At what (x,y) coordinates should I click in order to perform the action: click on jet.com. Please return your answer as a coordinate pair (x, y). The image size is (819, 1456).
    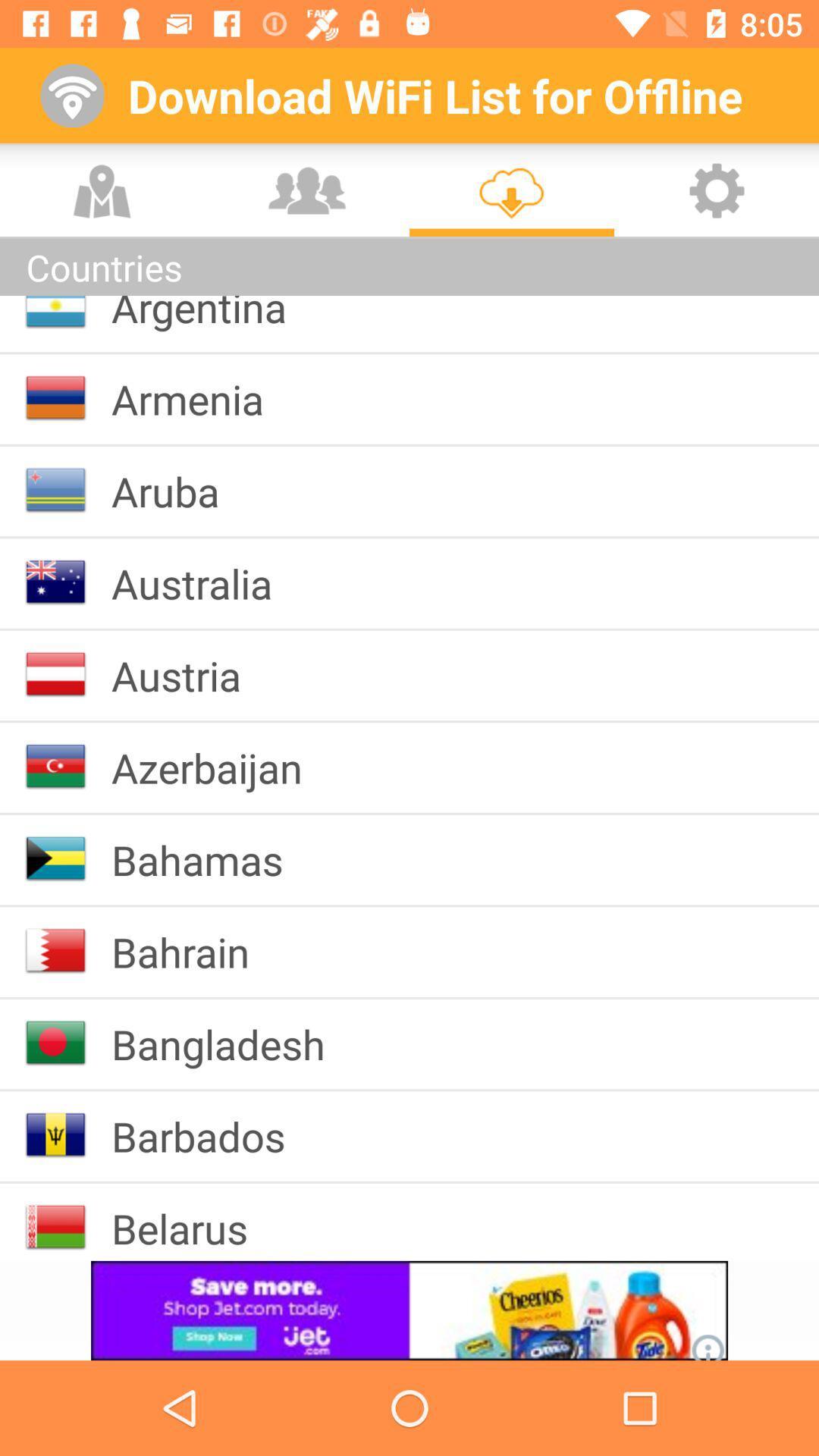
    Looking at the image, I should click on (409, 1310).